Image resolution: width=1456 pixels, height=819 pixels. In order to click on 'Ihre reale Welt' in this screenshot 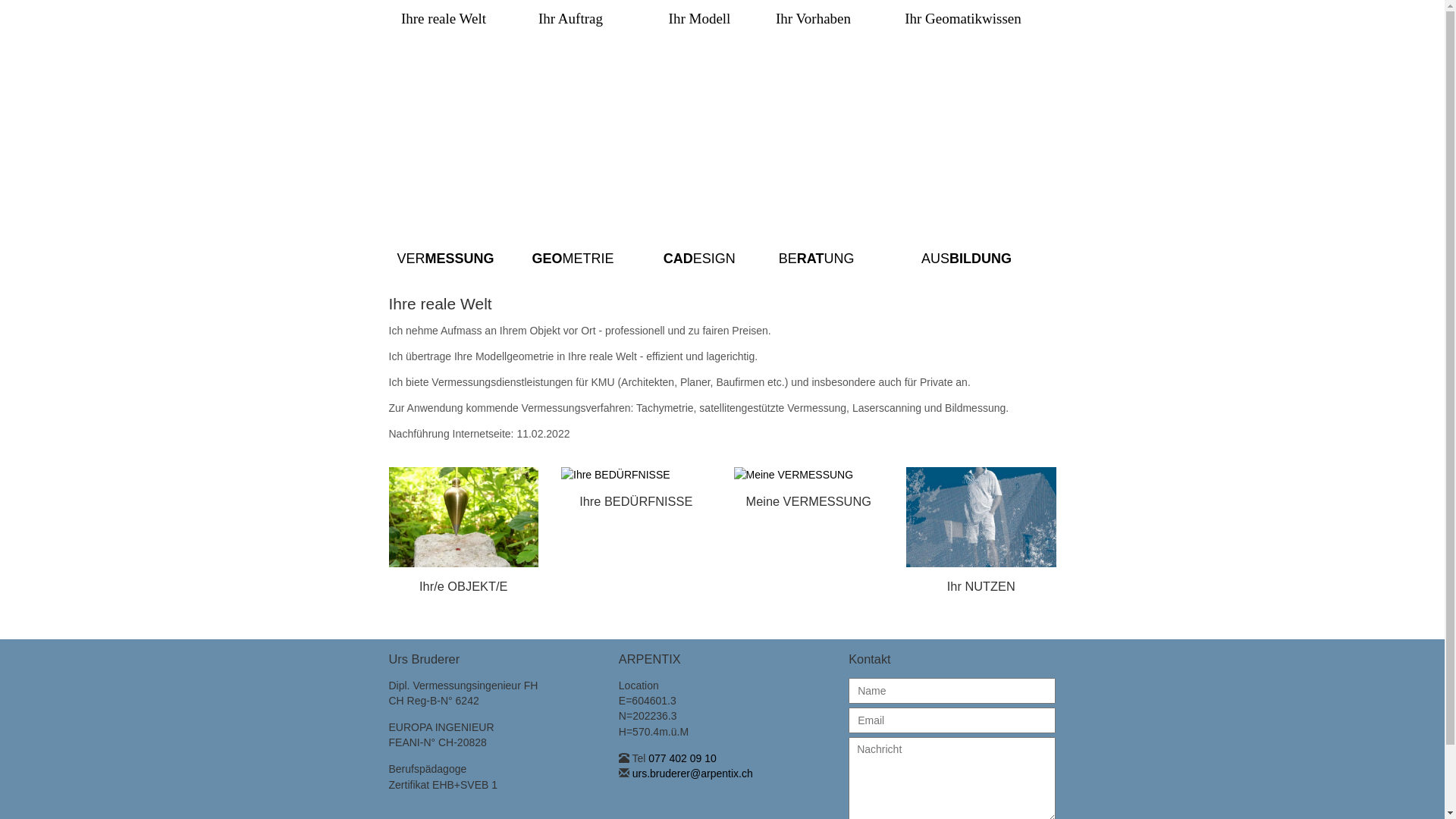, I will do `click(442, 18)`.